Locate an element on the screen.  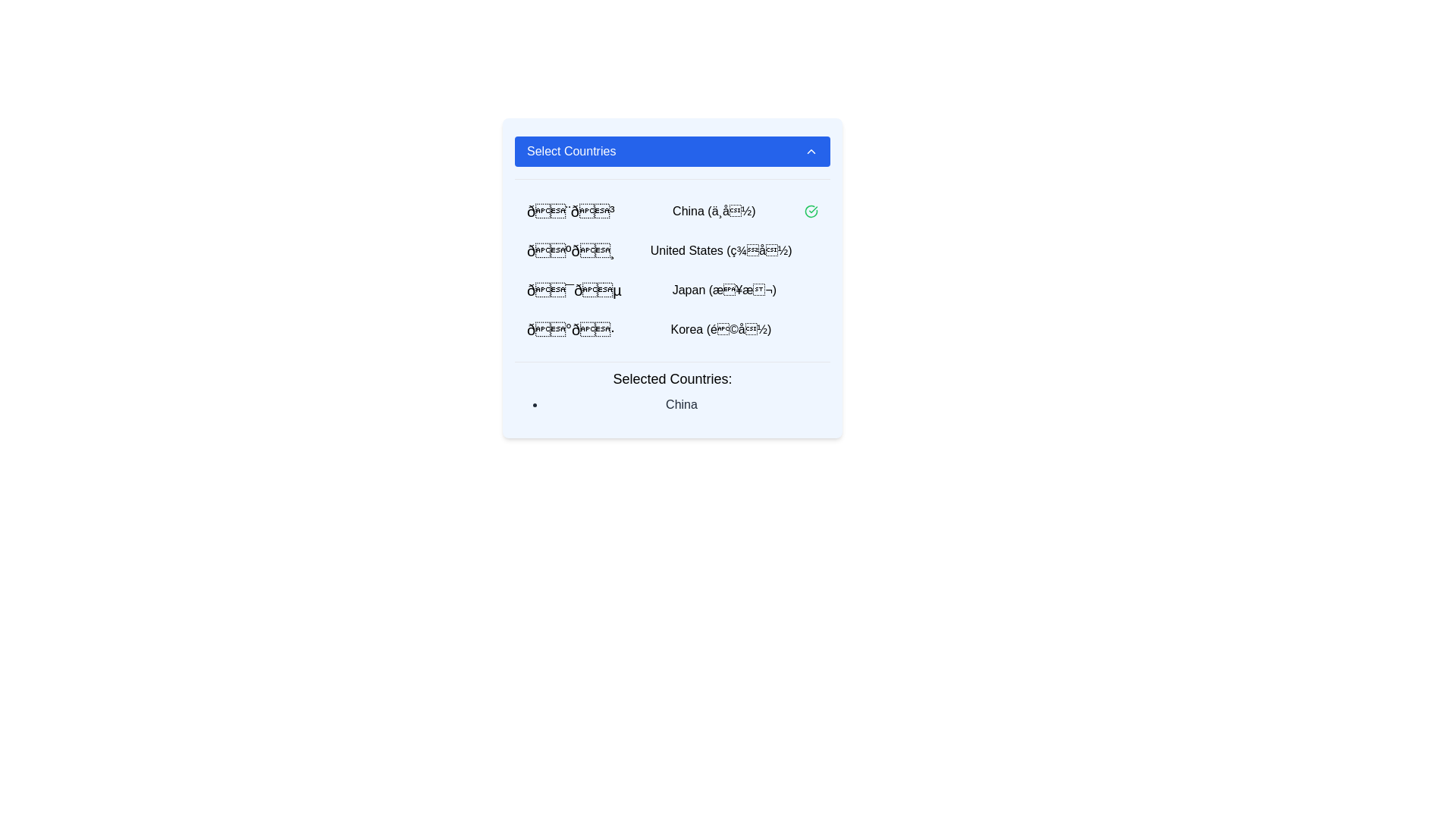
the 'United States (美國)' option in the dropdown menu, which is the second selectable item below 'China (中國)' and above 'Japan (日本).' is located at coordinates (672, 250).